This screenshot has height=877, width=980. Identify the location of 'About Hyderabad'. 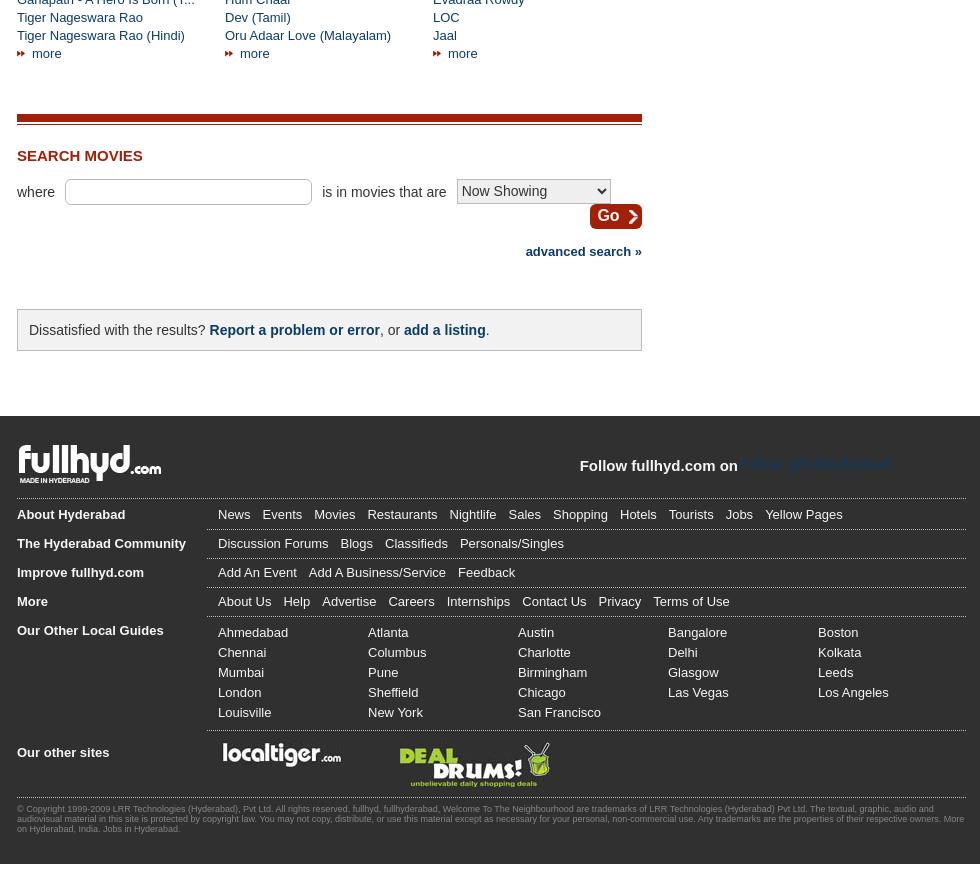
(16, 512).